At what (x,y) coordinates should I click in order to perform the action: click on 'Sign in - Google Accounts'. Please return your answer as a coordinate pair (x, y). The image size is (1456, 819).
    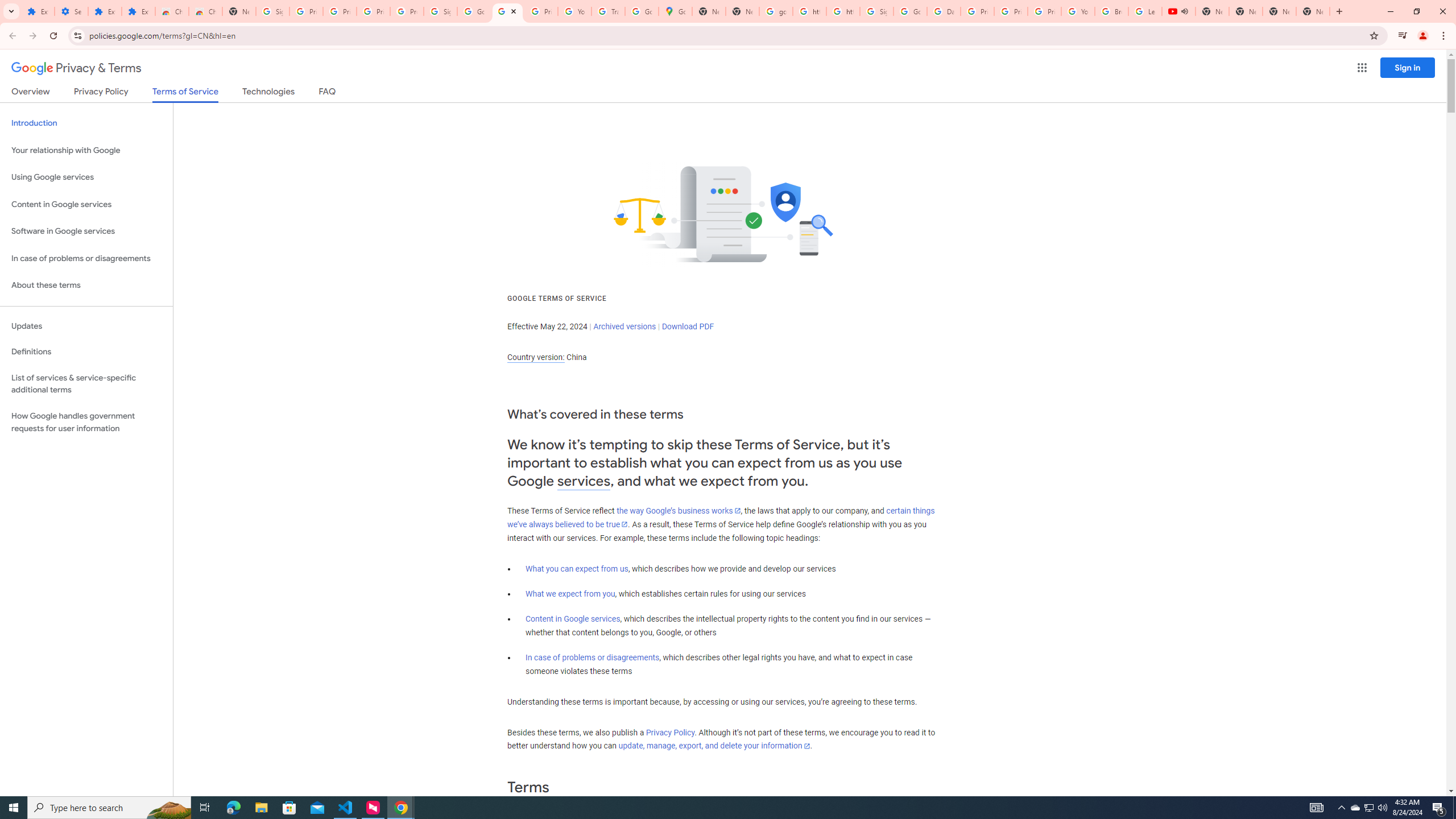
    Looking at the image, I should click on (876, 11).